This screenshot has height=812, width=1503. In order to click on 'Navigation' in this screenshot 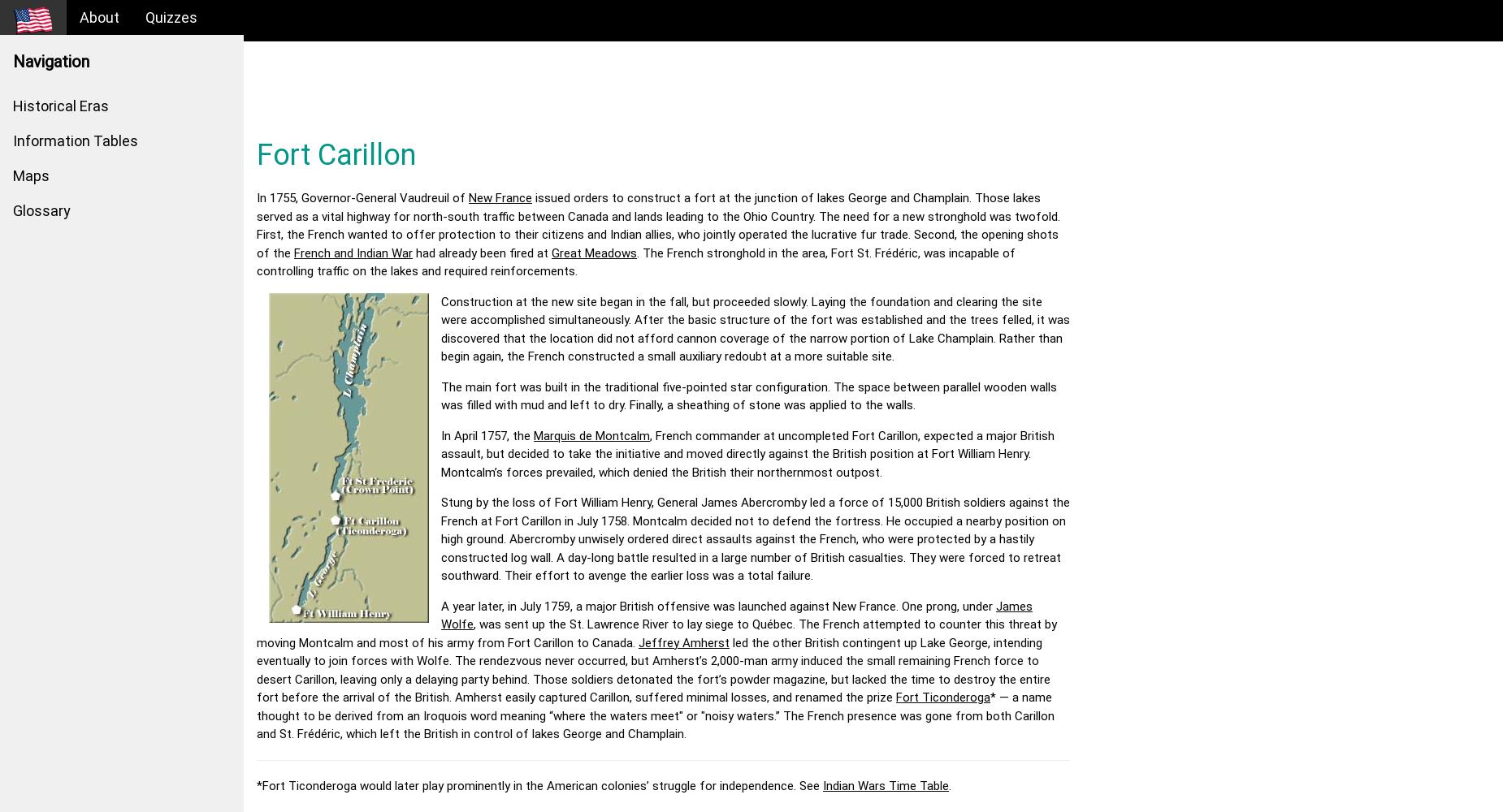, I will do `click(50, 61)`.